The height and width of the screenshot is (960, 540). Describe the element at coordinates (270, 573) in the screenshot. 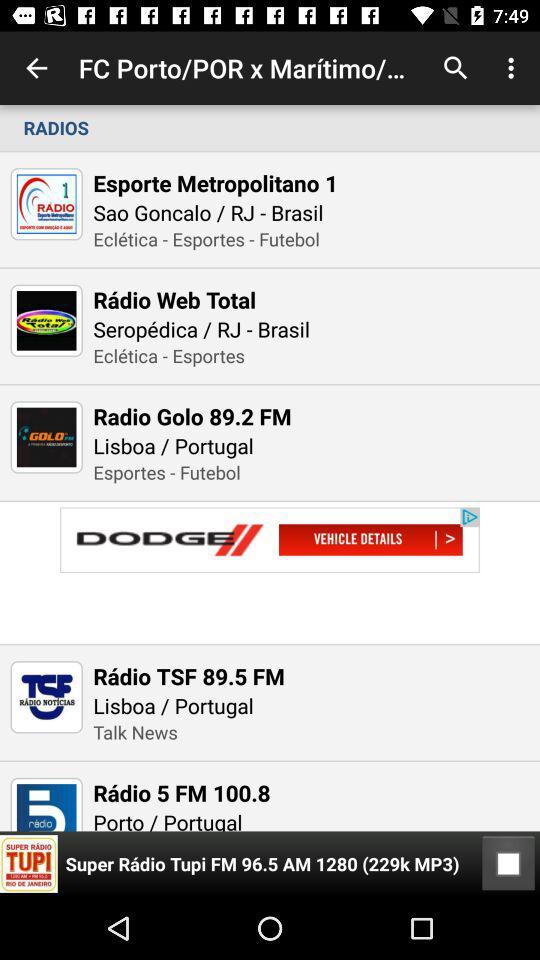

I see `link to advertisement` at that location.